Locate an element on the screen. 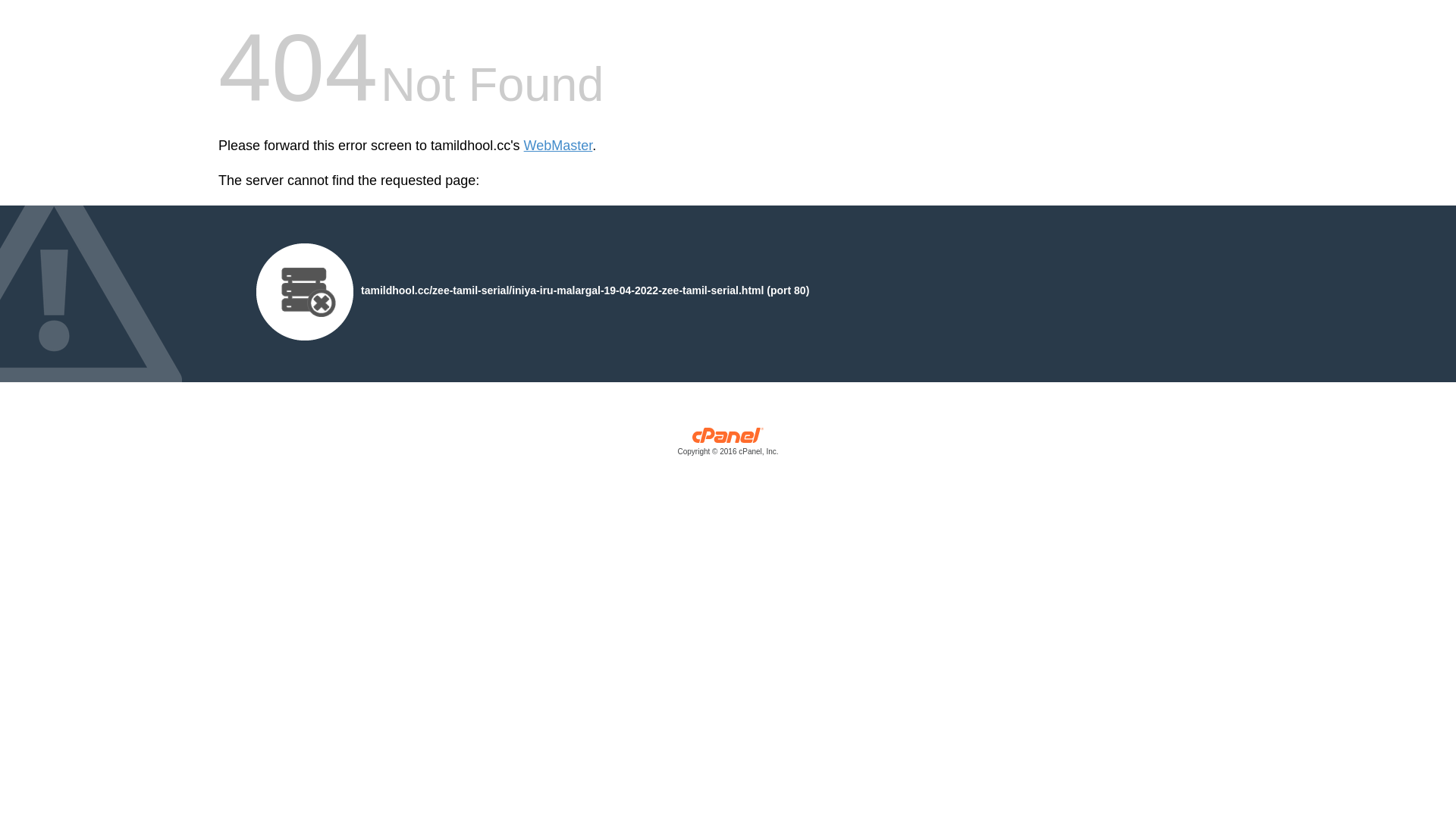  'WebMaster' is located at coordinates (557, 146).